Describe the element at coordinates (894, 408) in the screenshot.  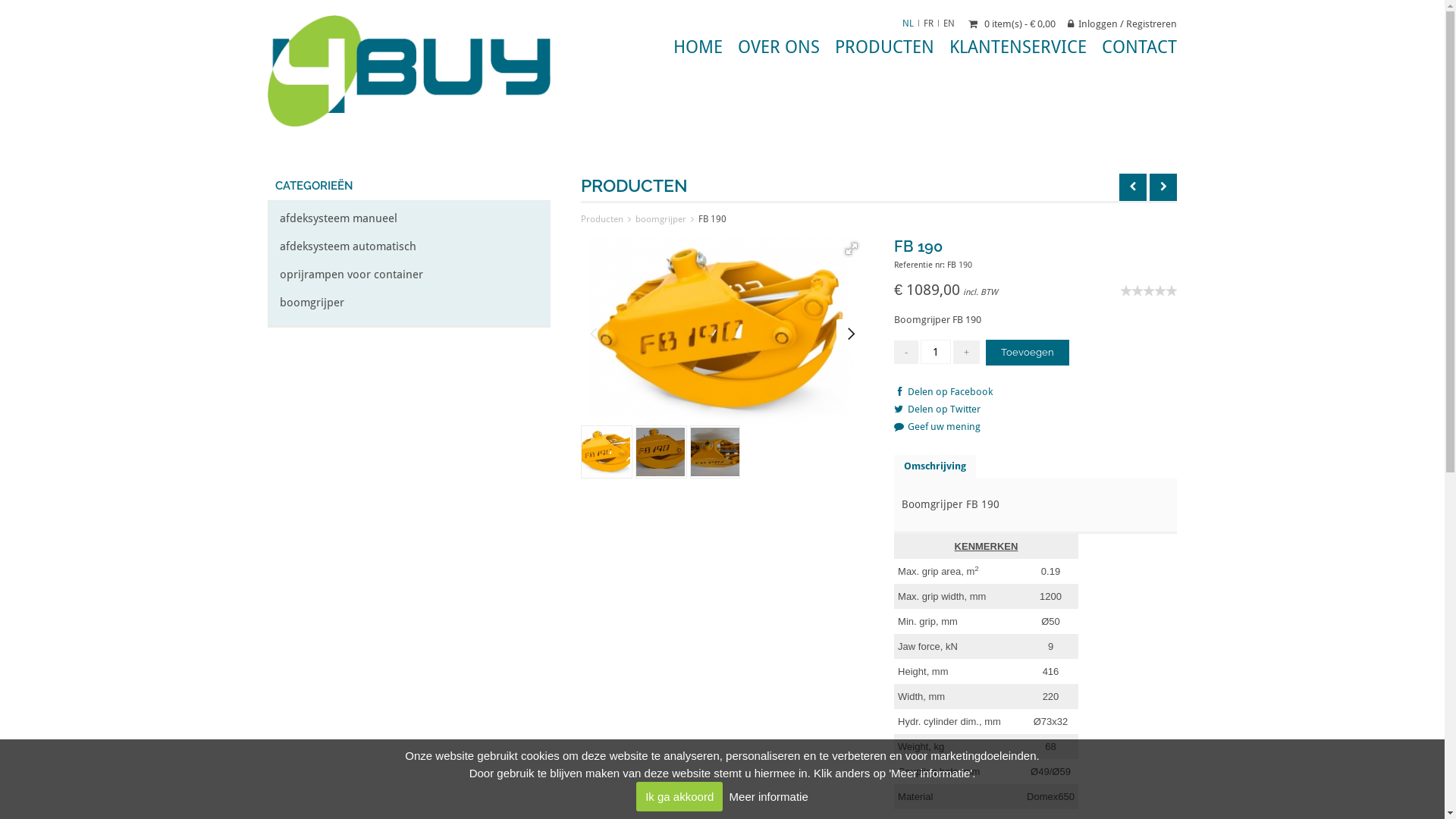
I see `'Delen op Twitter'` at that location.